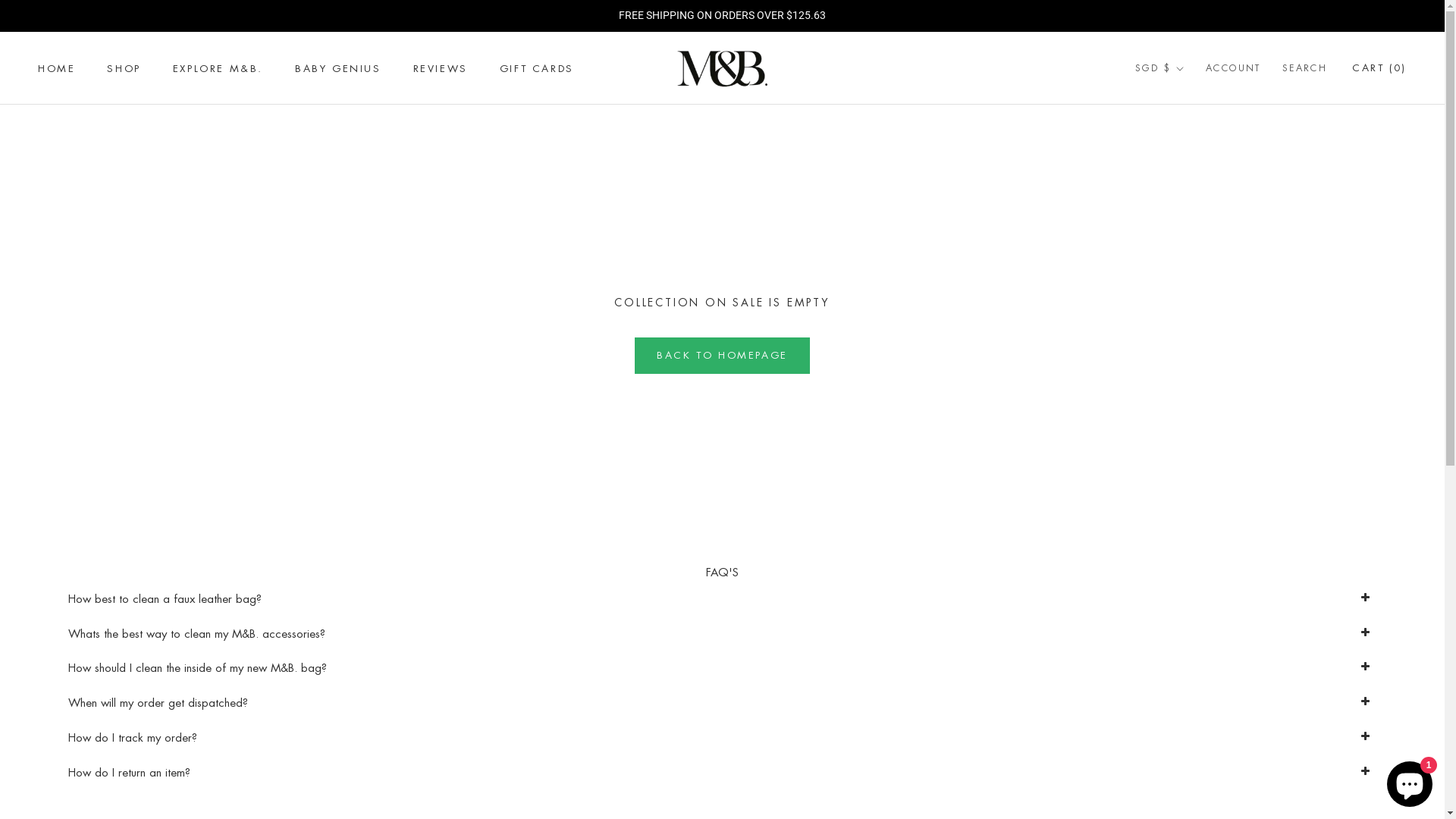 Image resolution: width=1456 pixels, height=819 pixels. Describe the element at coordinates (1159, 69) in the screenshot. I see `'SGD $'` at that location.